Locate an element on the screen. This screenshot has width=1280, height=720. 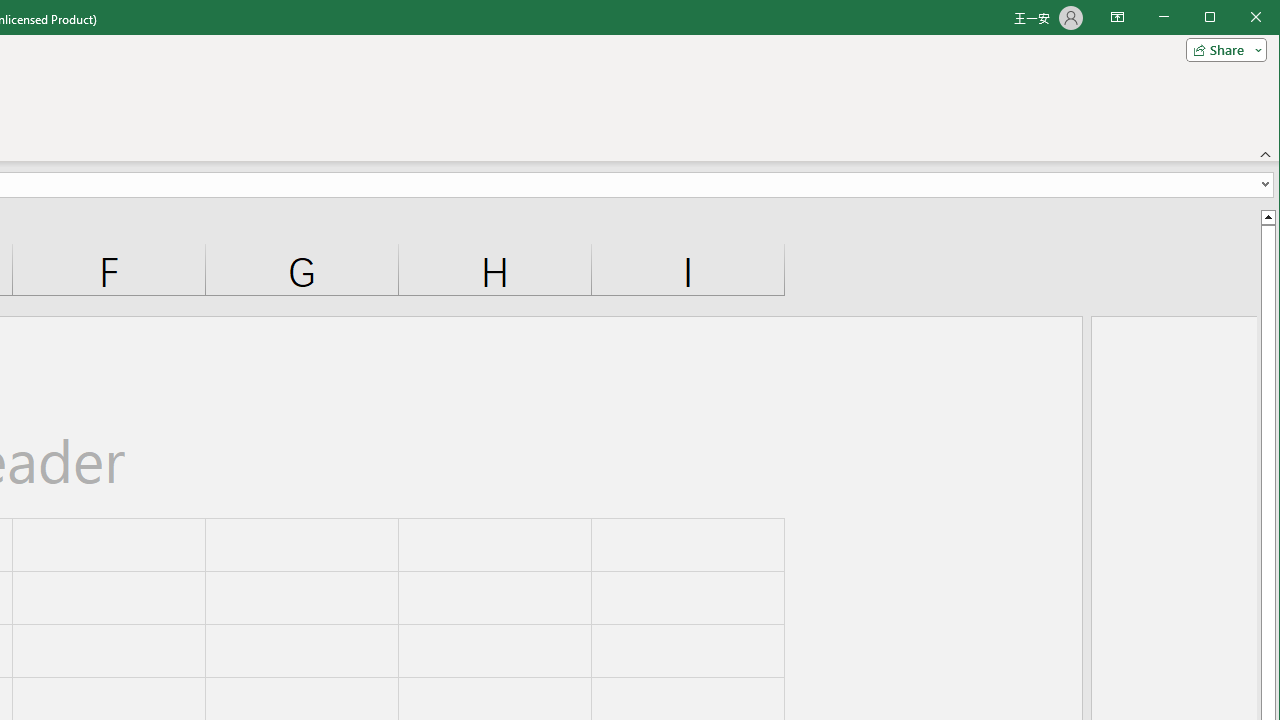
'Line up' is located at coordinates (1267, 216).